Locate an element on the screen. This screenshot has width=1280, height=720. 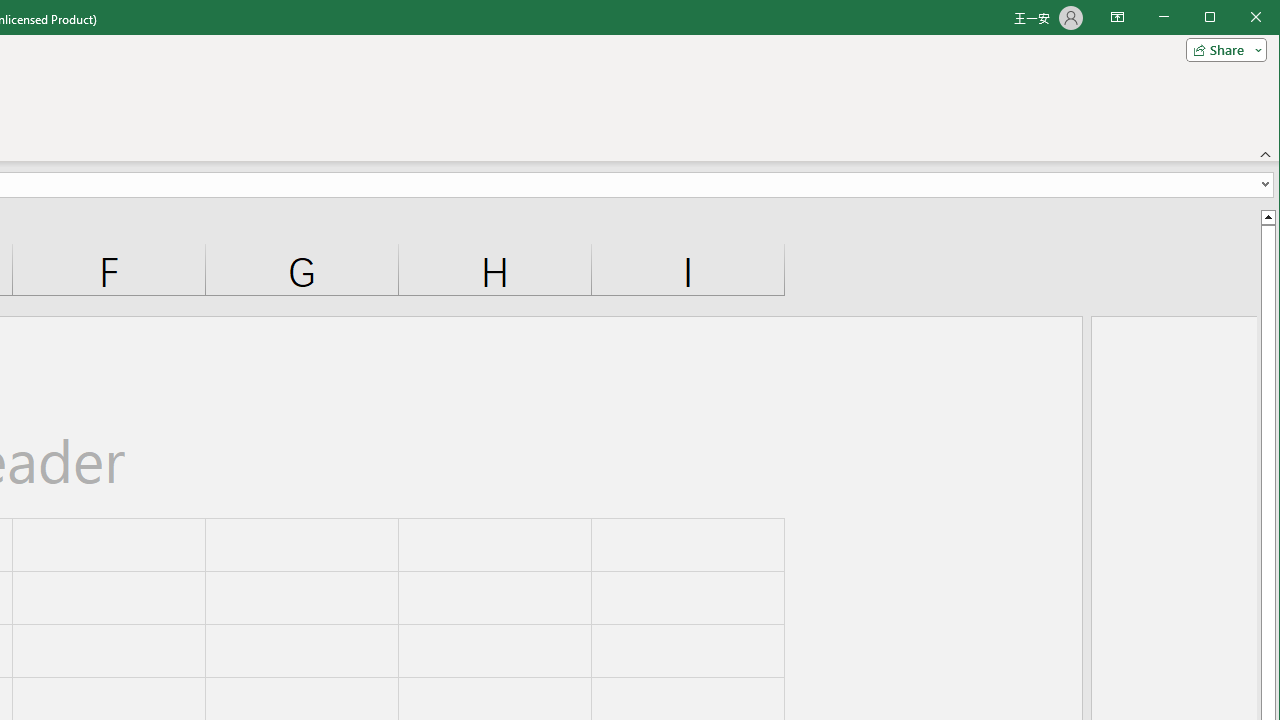
'Line up' is located at coordinates (1267, 216).